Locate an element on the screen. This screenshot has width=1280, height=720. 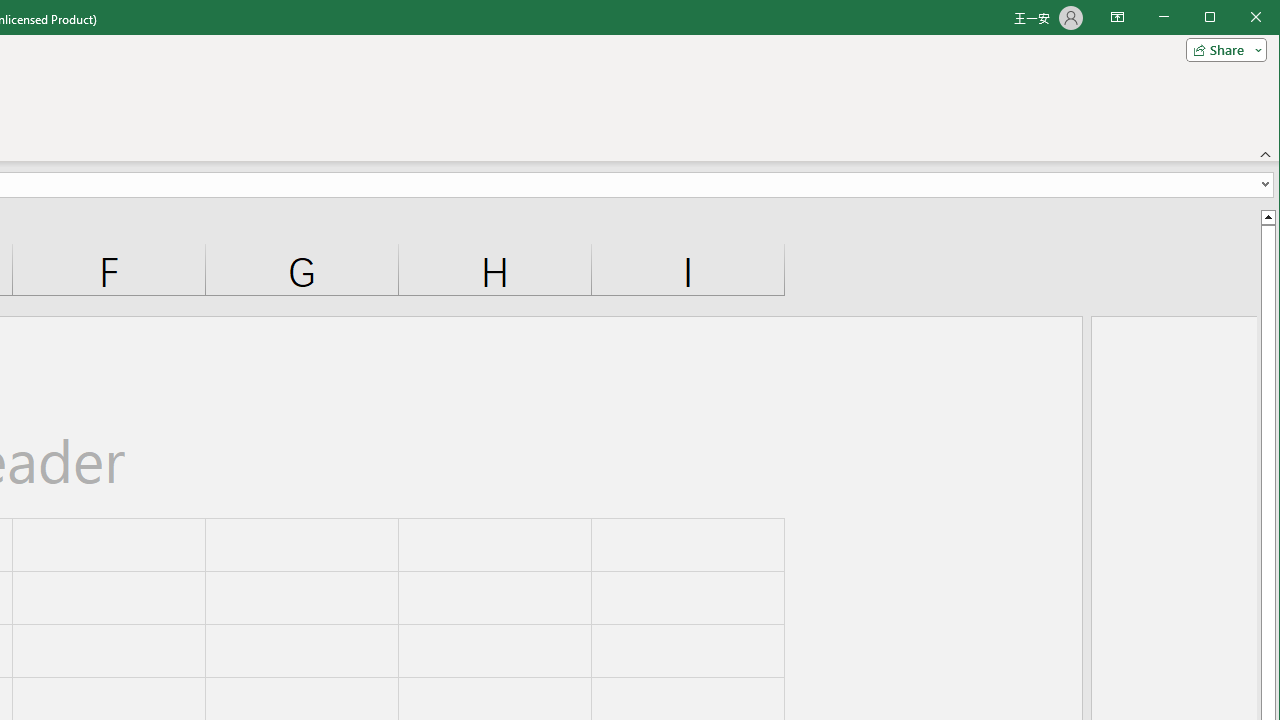
'Line up' is located at coordinates (1267, 216).